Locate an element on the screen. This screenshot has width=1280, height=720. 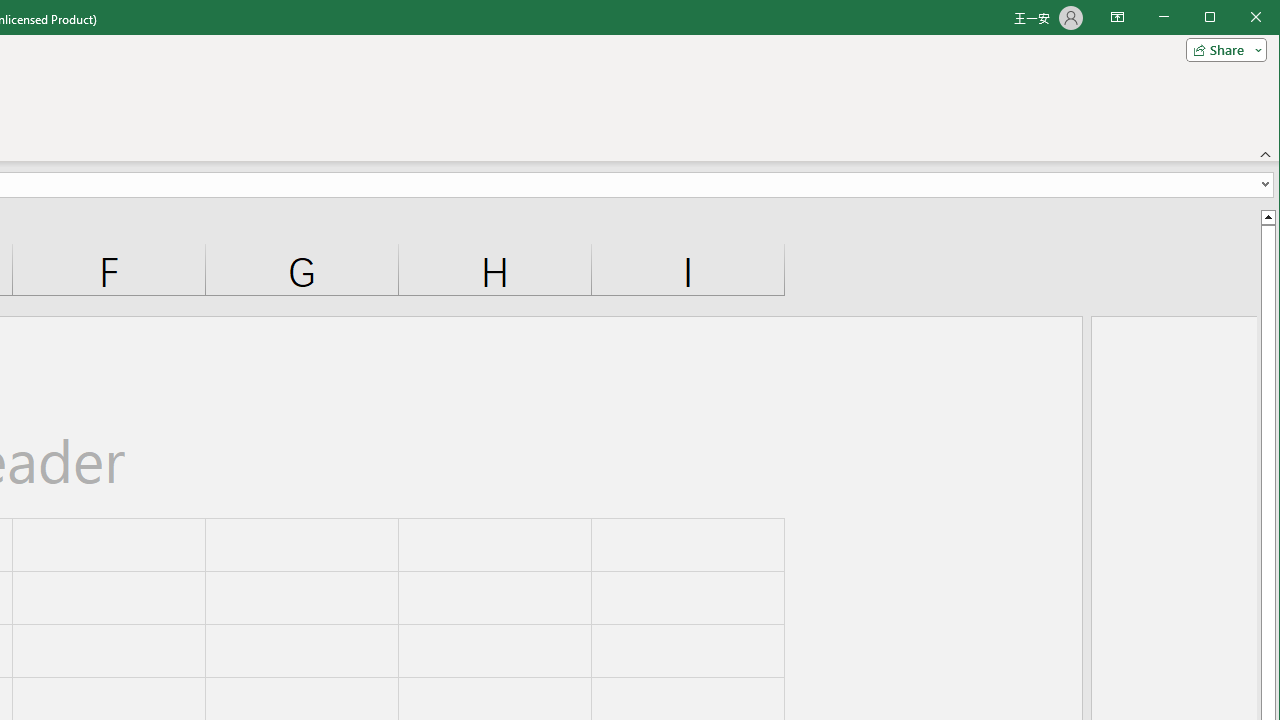
'Line up' is located at coordinates (1267, 216).